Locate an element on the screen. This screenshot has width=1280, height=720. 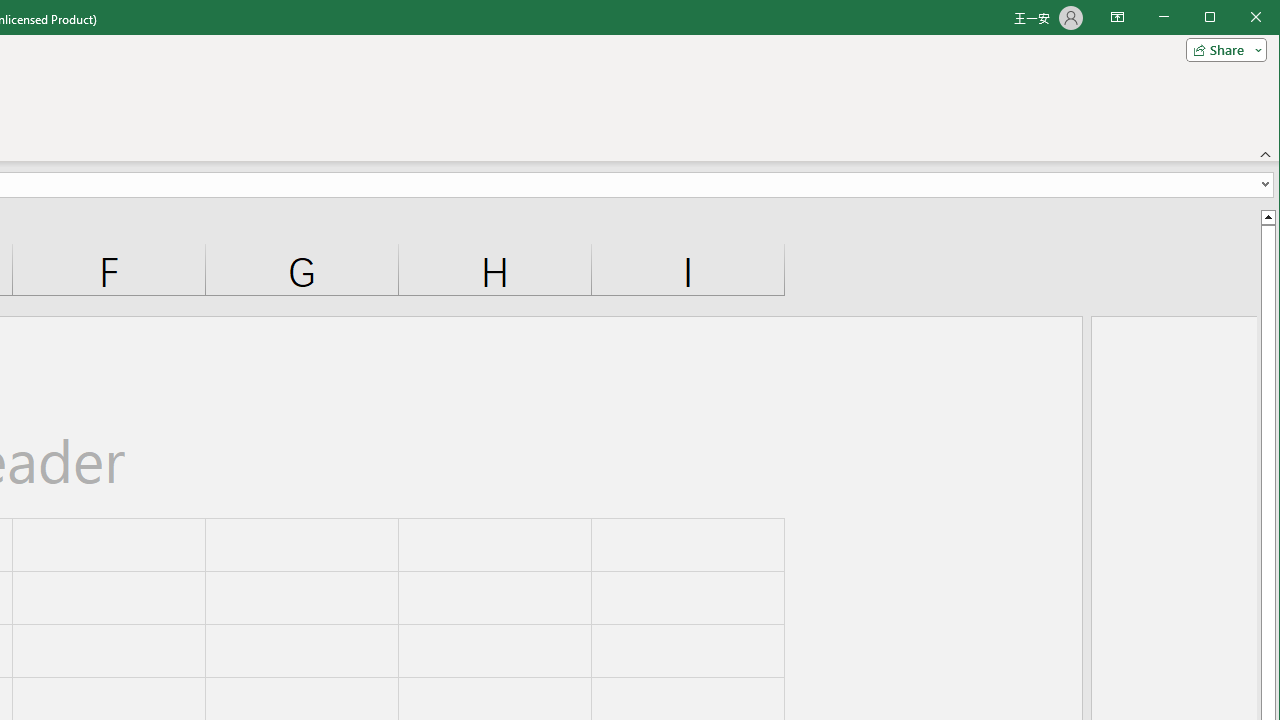
'Line up' is located at coordinates (1267, 216).